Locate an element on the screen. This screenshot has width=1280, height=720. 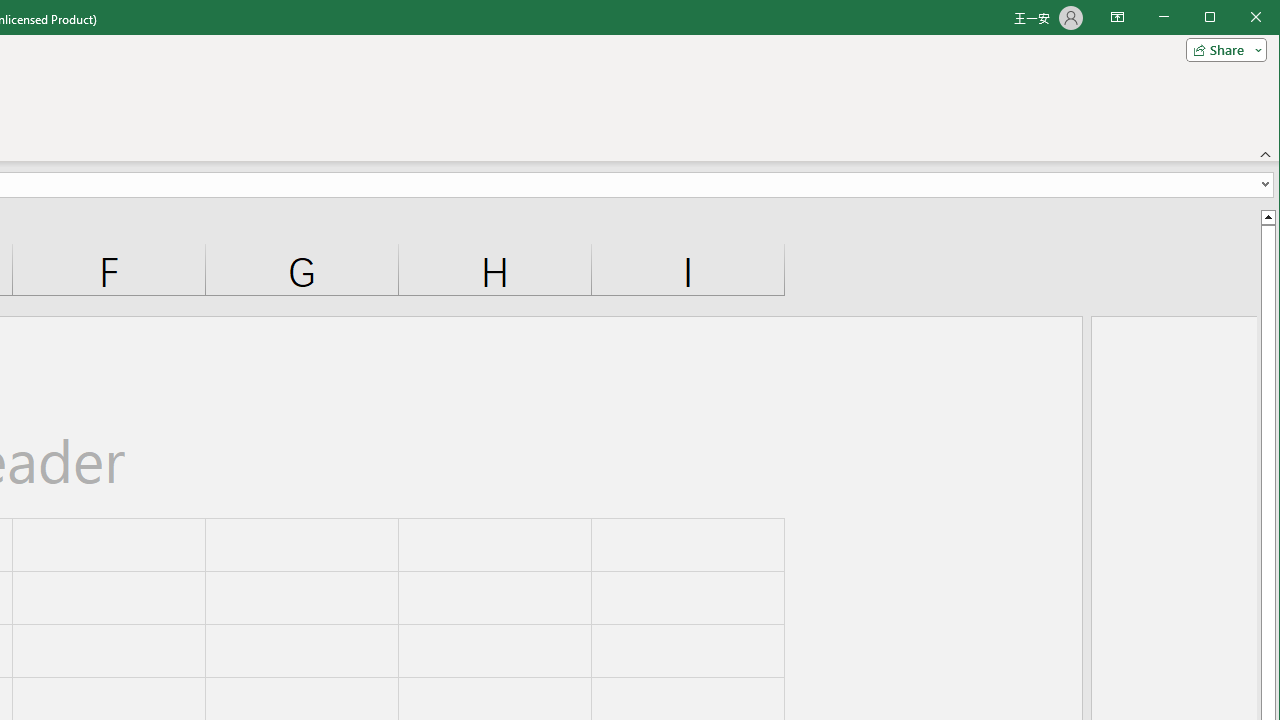
'Line up' is located at coordinates (1267, 216).